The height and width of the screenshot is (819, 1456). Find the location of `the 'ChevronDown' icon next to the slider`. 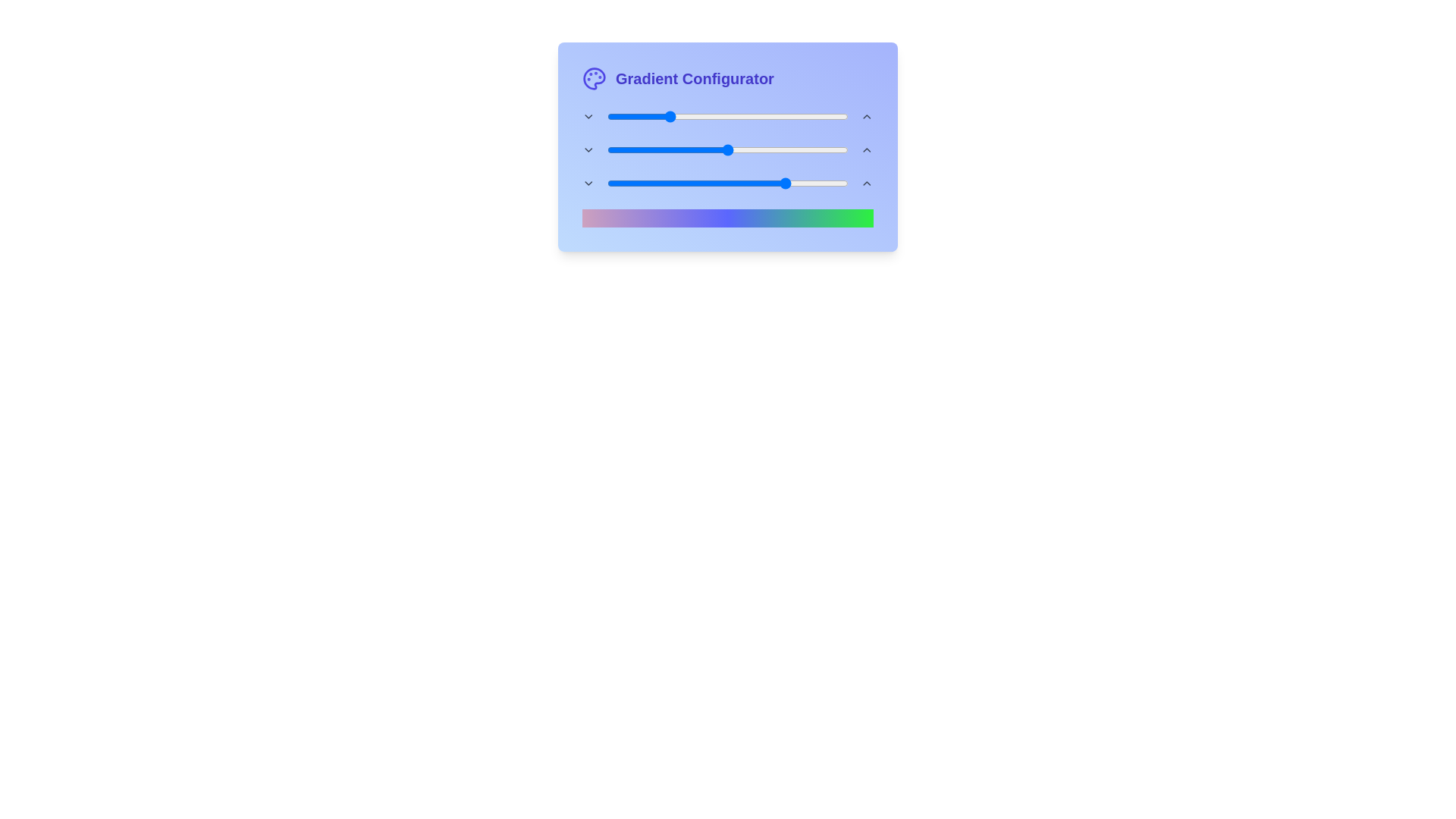

the 'ChevronDown' icon next to the slider is located at coordinates (588, 116).